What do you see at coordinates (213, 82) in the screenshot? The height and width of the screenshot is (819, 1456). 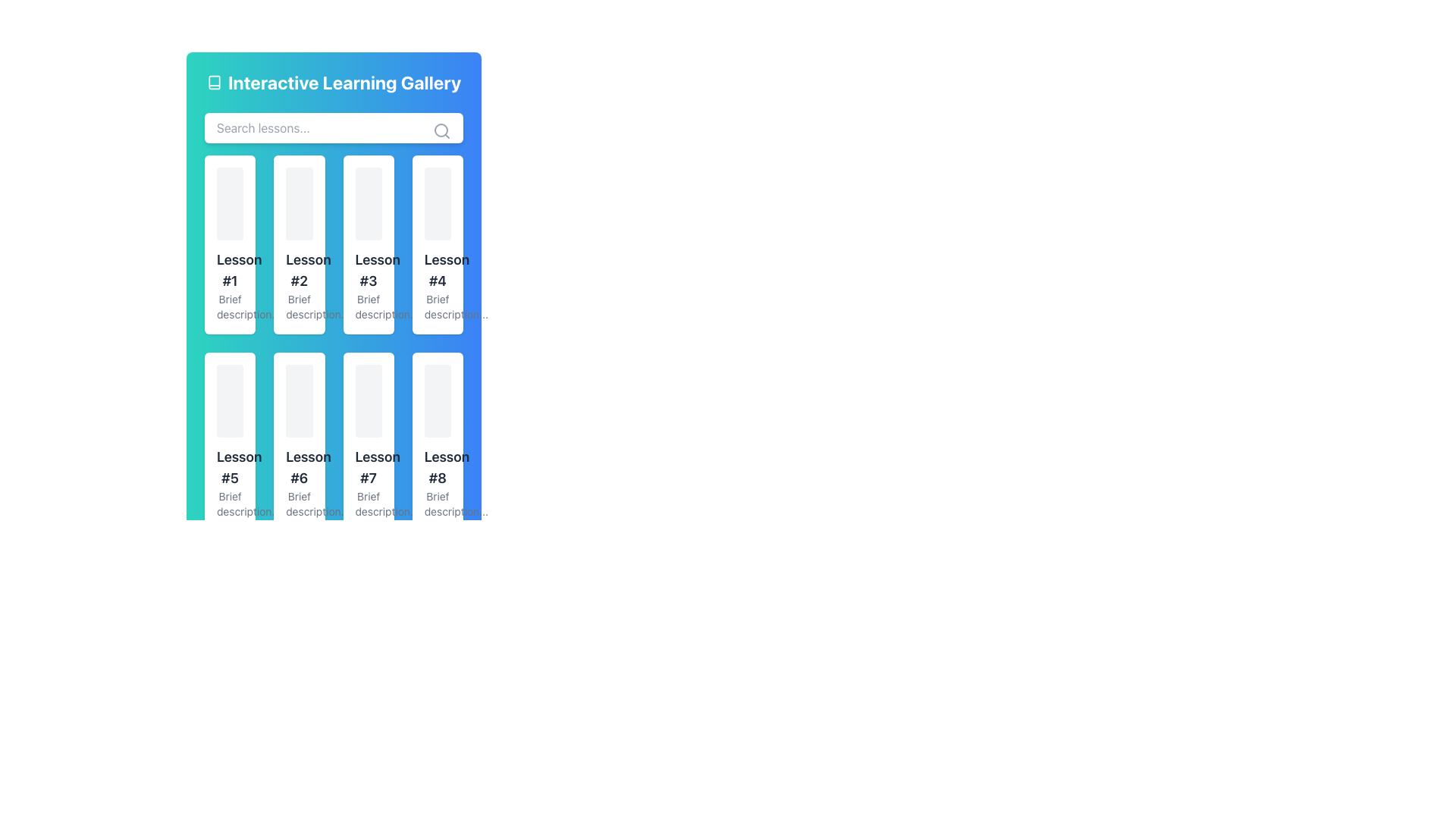 I see `the outlined book icon located to the left of the text 'Interactive Learning Gallery', which is vertically centered with the text and aligned to its left` at bounding box center [213, 82].